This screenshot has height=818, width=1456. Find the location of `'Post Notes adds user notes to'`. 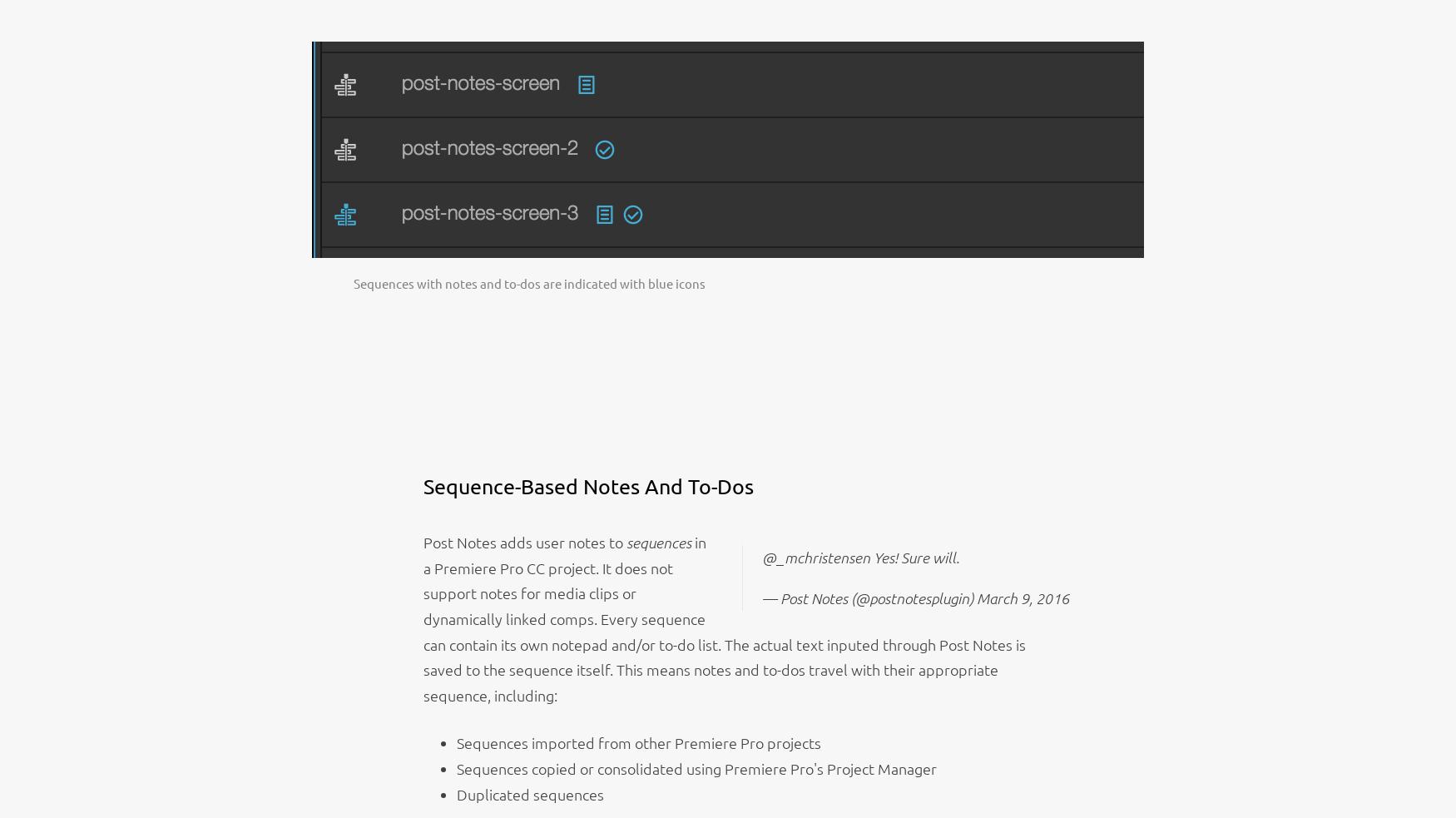

'Post Notes adds user notes to' is located at coordinates (523, 542).